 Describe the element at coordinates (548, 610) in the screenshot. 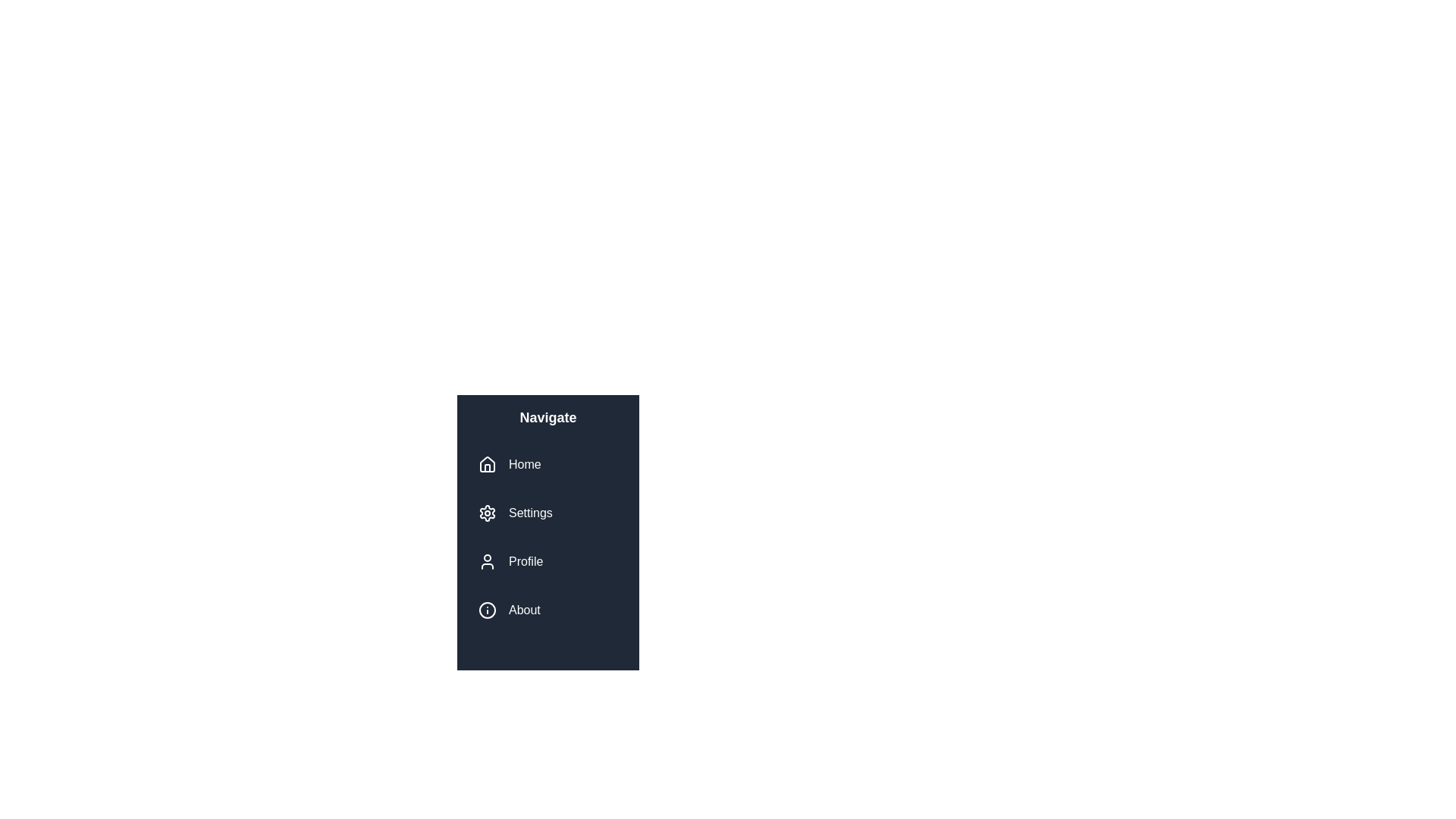

I see `the fourth button in the vertical navigation menu on the left side of the interface` at that location.